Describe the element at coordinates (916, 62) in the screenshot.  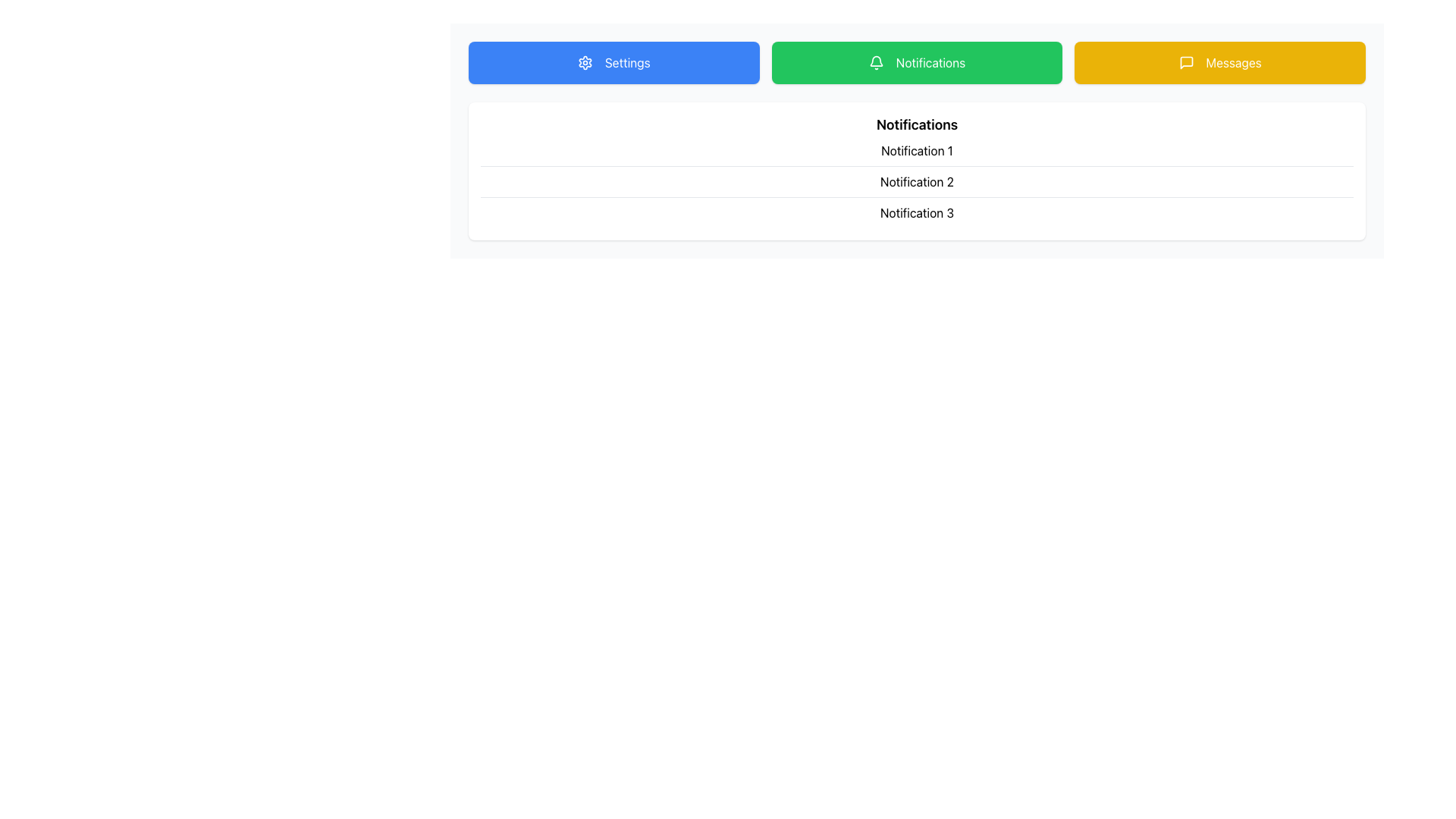
I see `the grouped buttons labeled 'Settings', 'Notifications', and 'Messages' horizontally` at that location.